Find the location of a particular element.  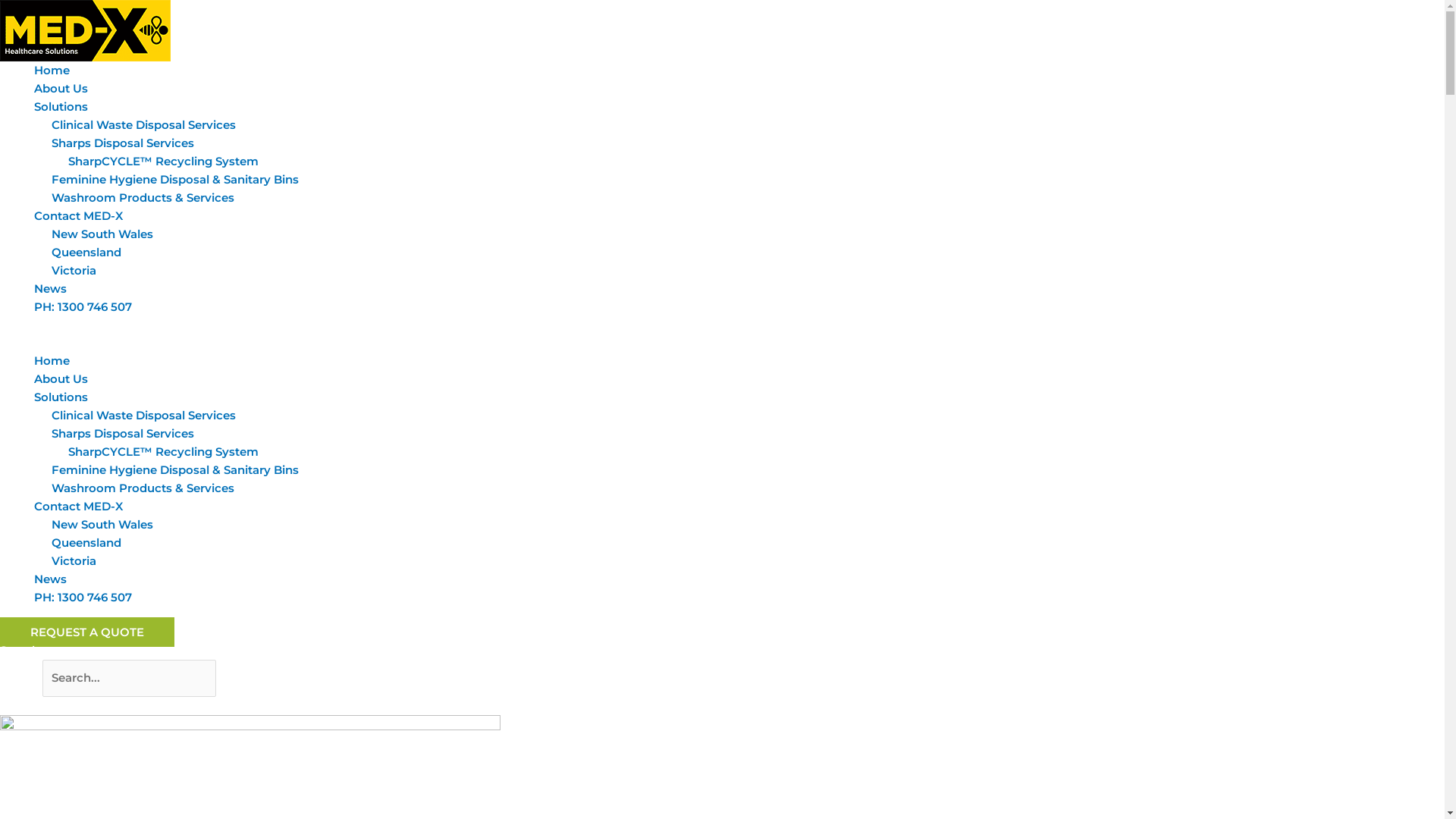

'About Us' is located at coordinates (61, 378).